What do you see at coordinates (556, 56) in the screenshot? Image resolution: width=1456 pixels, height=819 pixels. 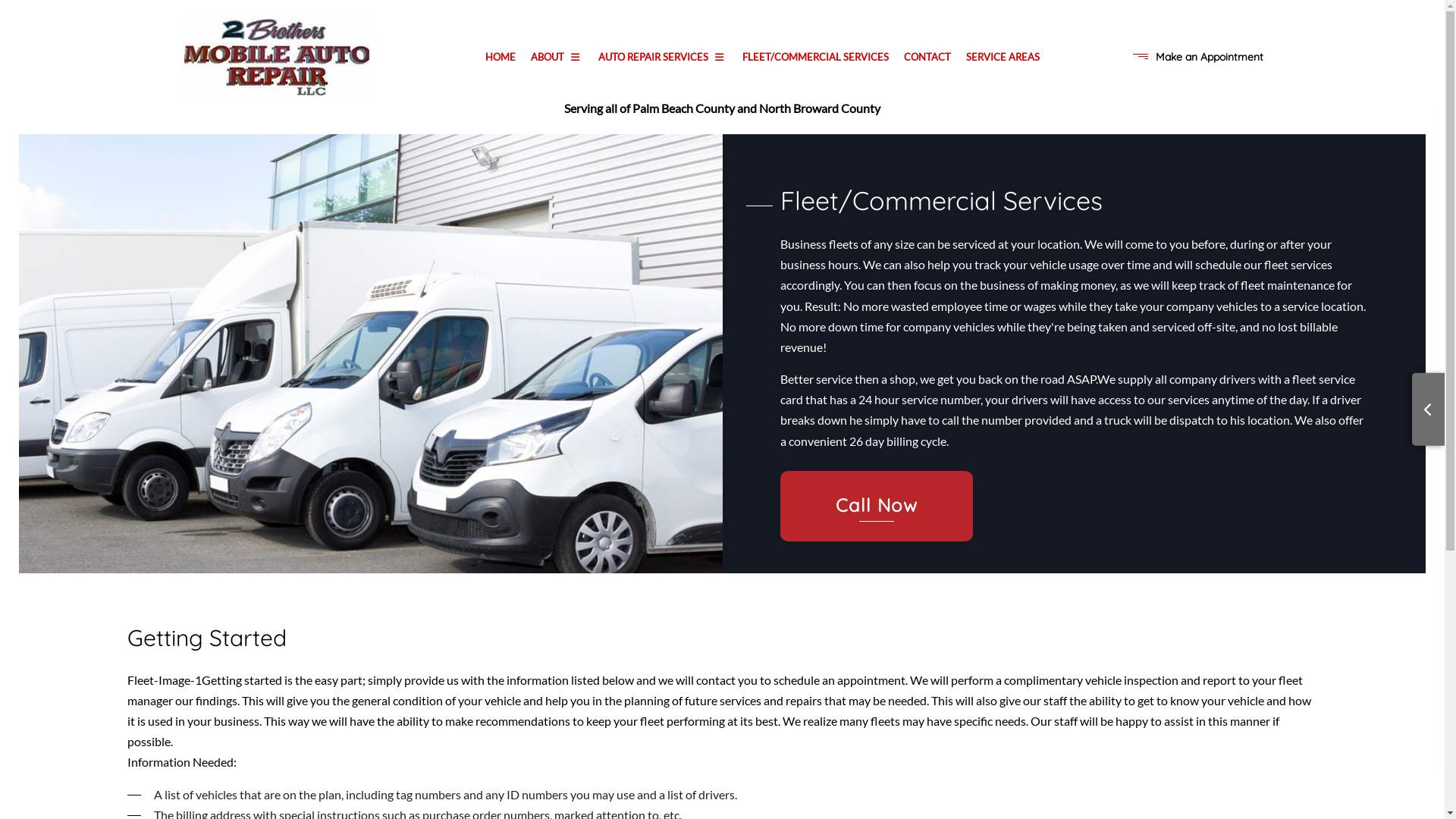 I see `'ABOUT'` at bounding box center [556, 56].